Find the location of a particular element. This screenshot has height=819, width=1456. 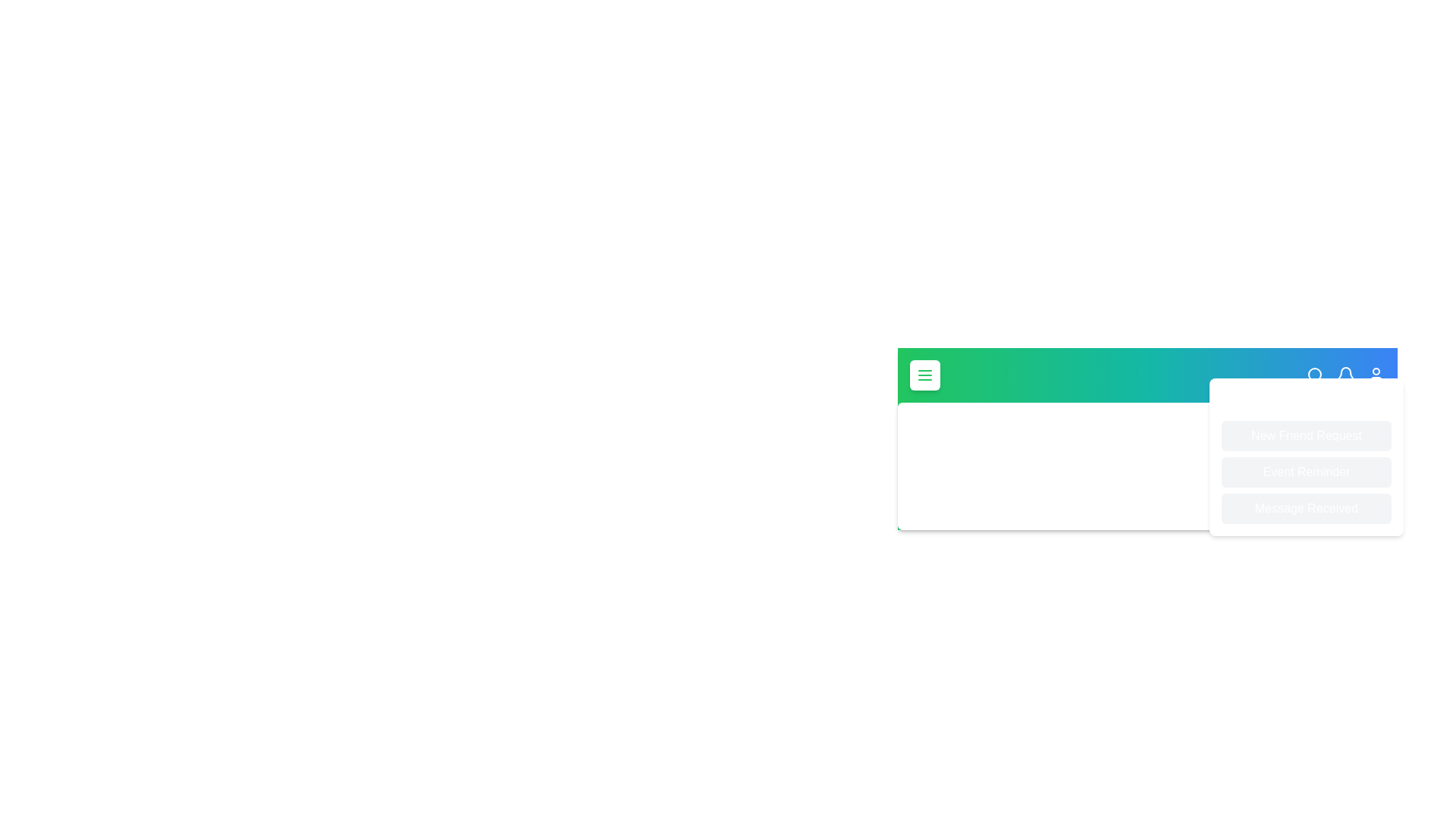

the user icon to open the user-related actions menu is located at coordinates (1376, 375).